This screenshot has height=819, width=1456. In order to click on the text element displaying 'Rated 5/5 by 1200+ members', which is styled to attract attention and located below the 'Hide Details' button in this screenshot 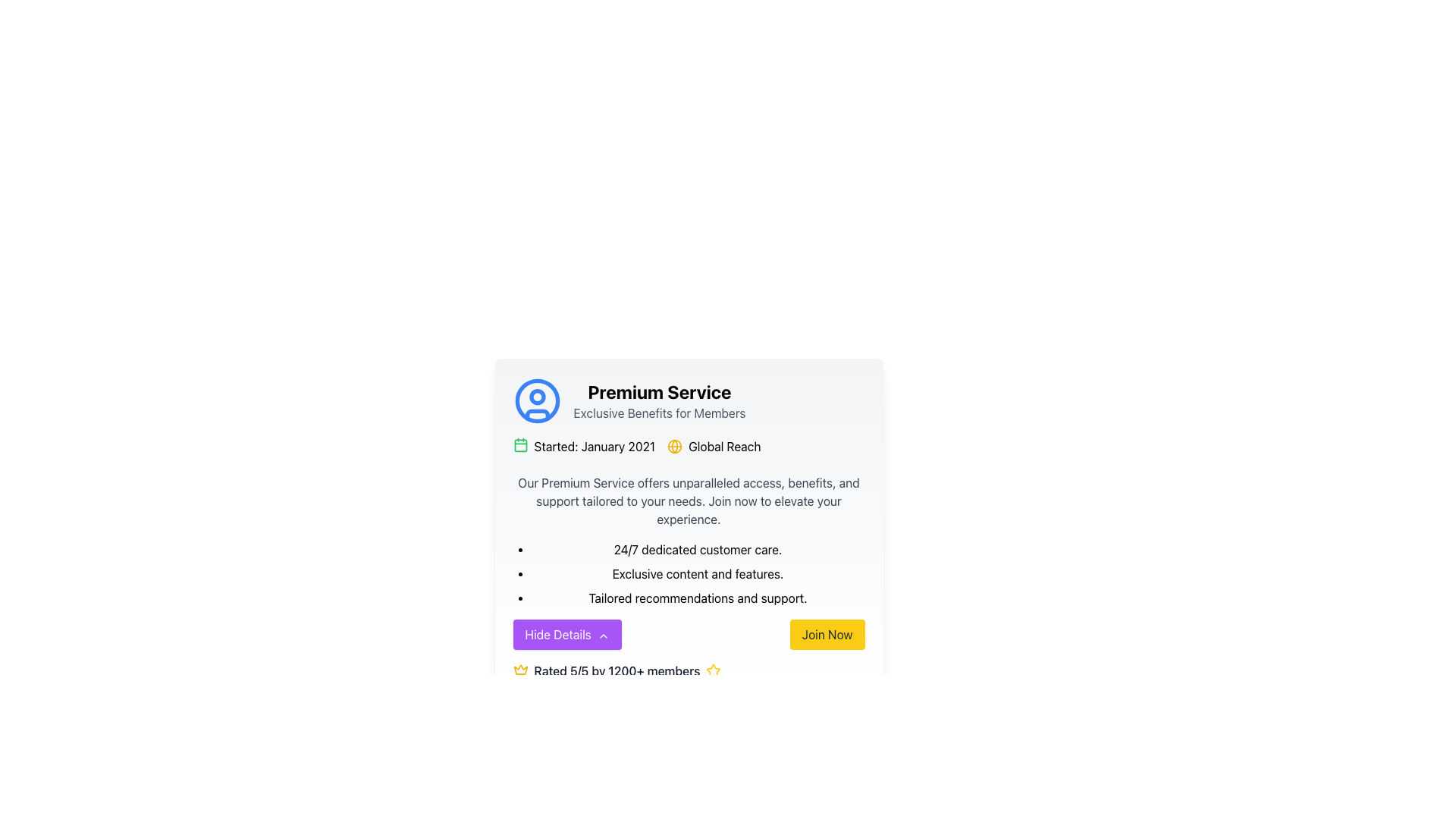, I will do `click(617, 670)`.